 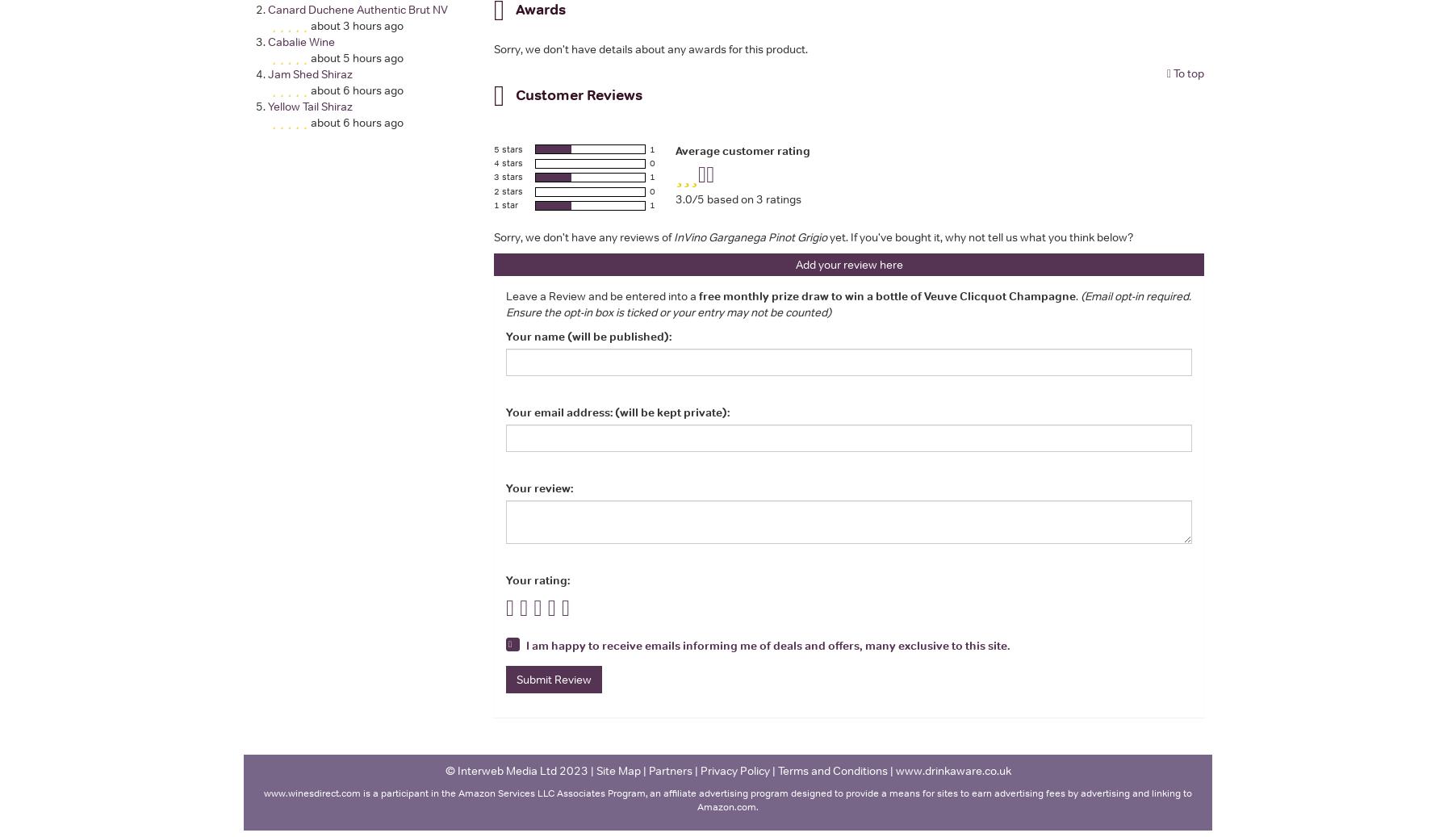 What do you see at coordinates (266, 7) in the screenshot?
I see `'Canard Duchene Authentic Brut NV'` at bounding box center [266, 7].